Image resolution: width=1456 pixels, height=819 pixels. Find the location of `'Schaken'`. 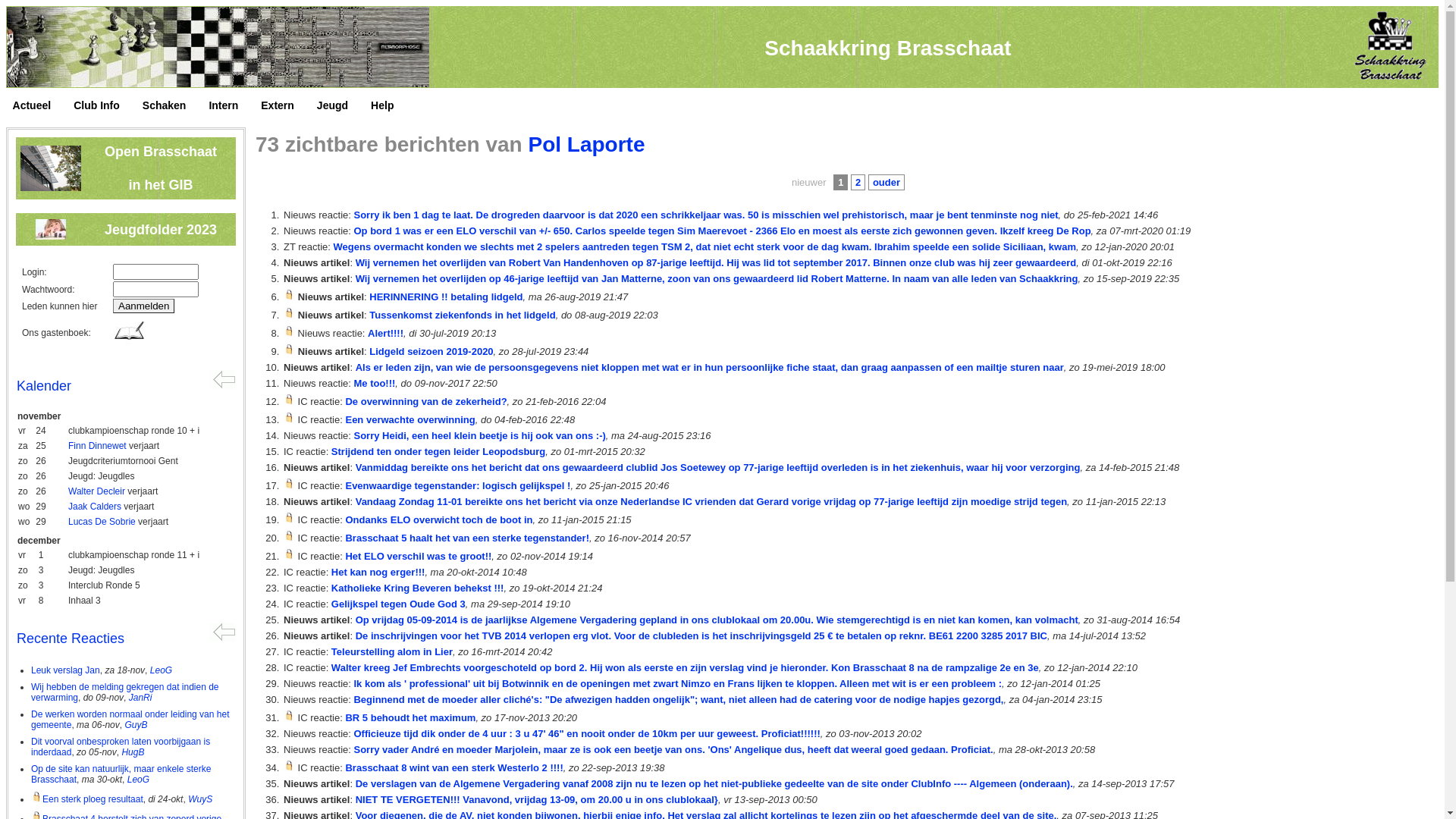

'Schaken' is located at coordinates (171, 105).